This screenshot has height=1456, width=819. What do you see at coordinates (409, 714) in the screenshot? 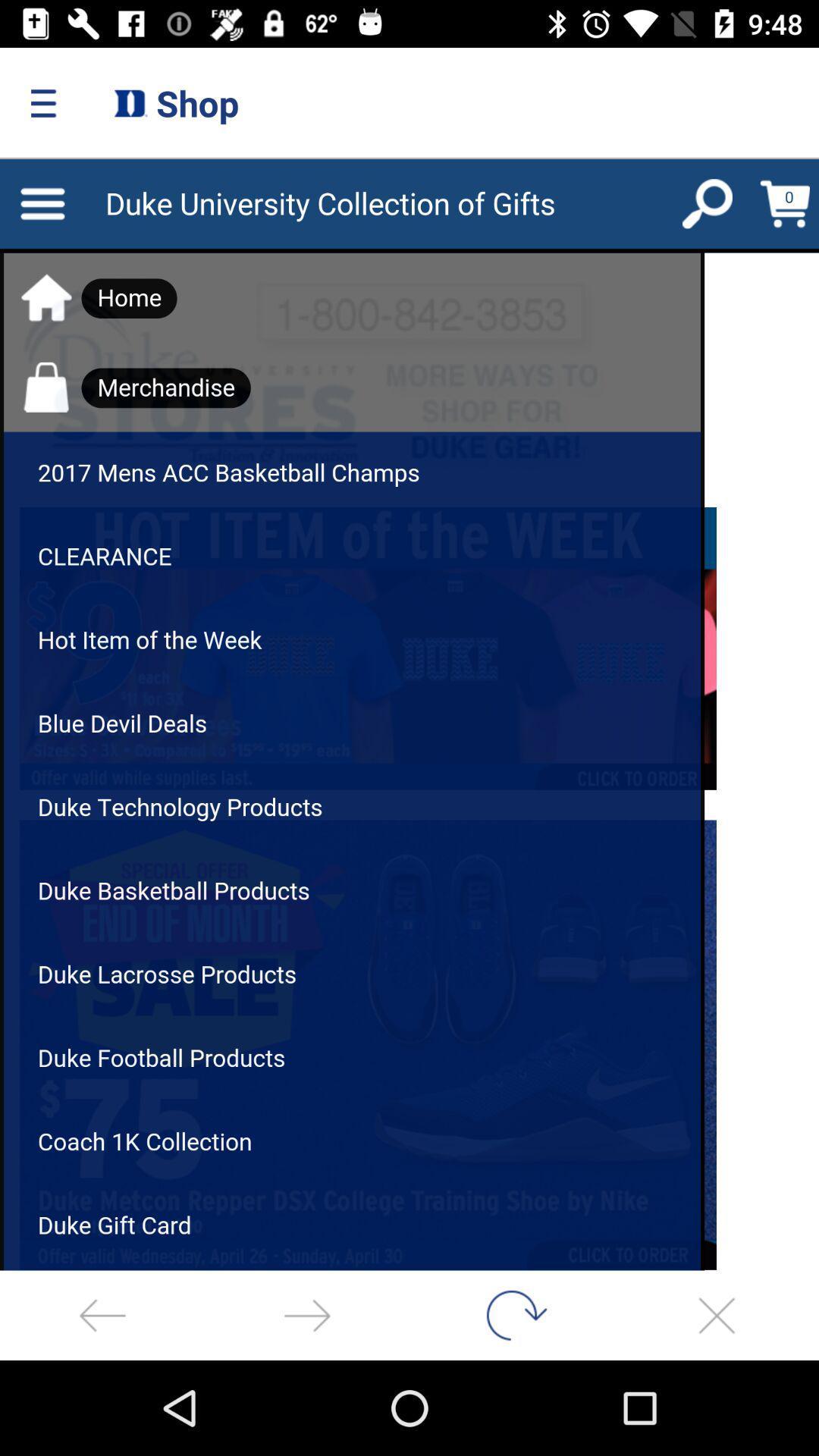
I see `menu` at bounding box center [409, 714].